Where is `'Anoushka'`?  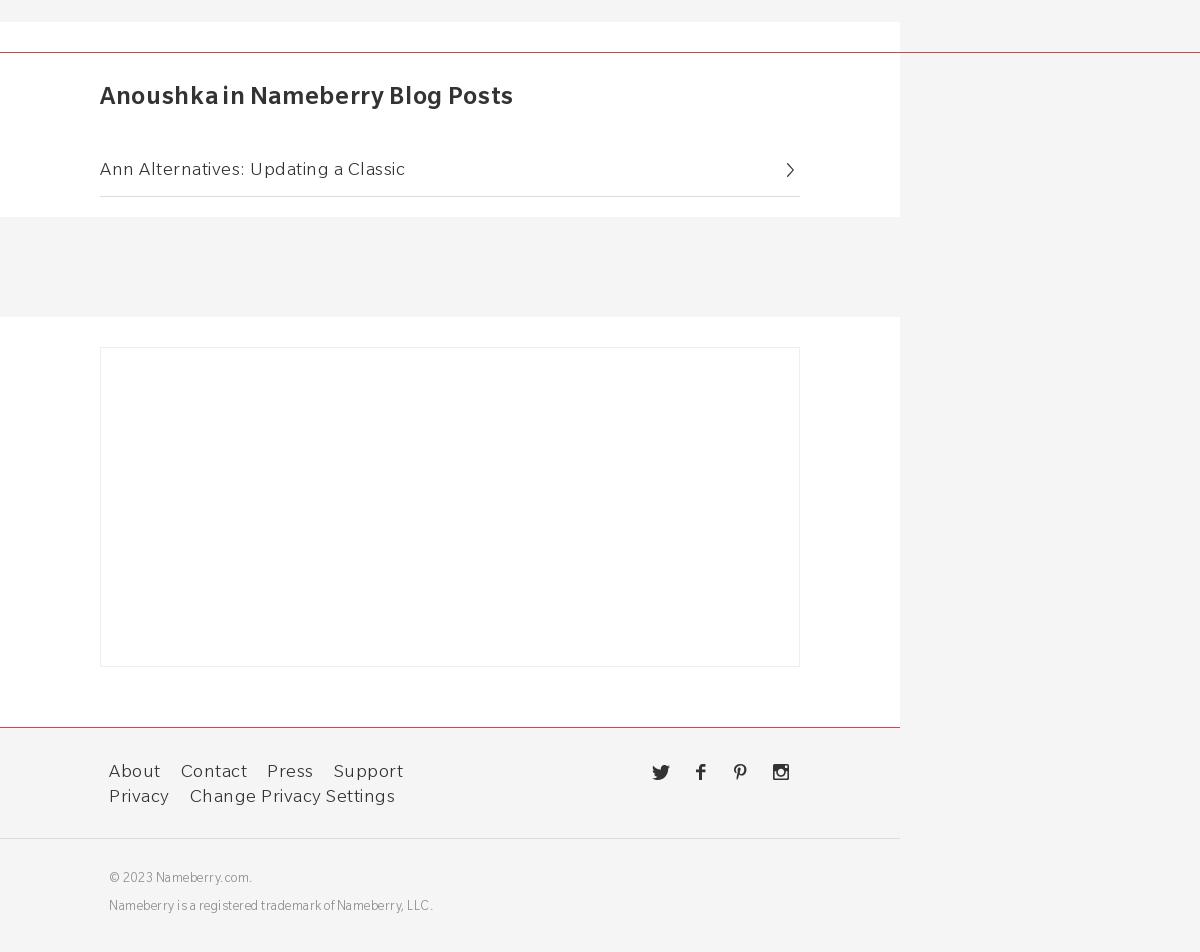
'Anoushka' is located at coordinates (158, 95).